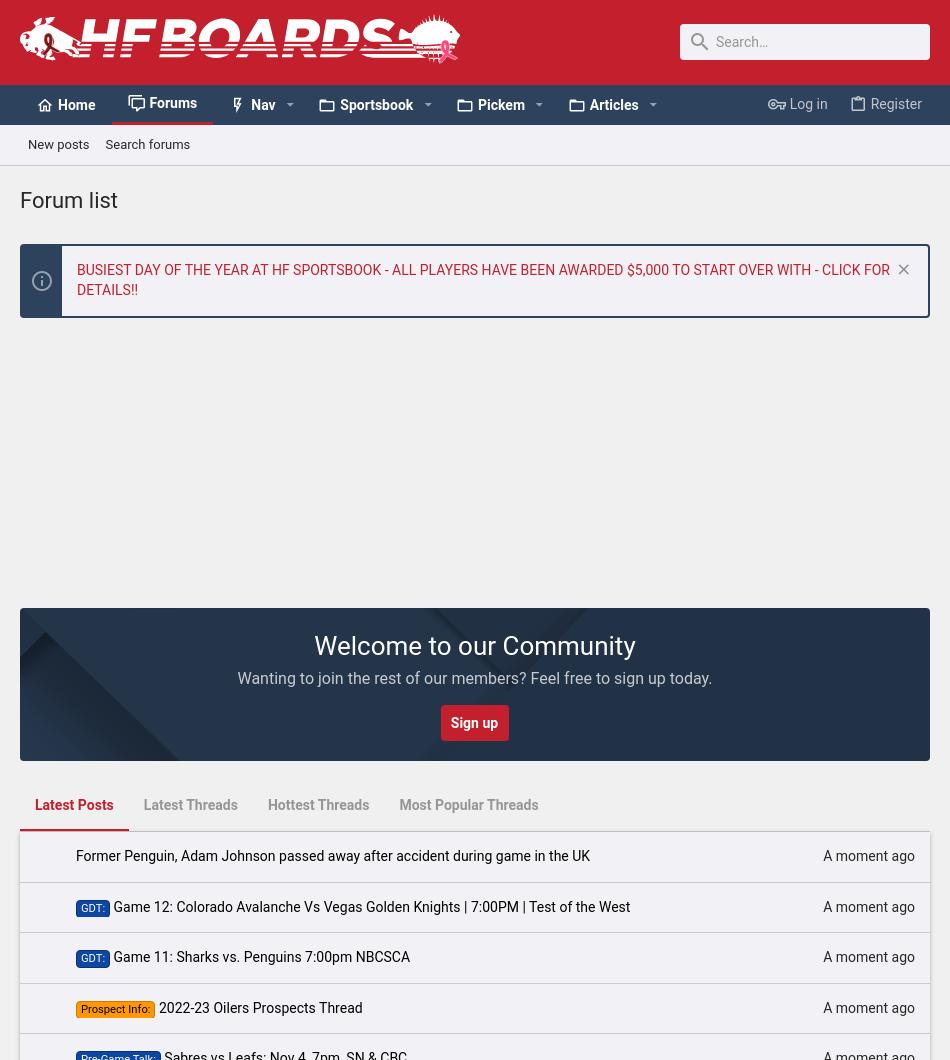 The height and width of the screenshot is (1060, 950). What do you see at coordinates (473, 676) in the screenshot?
I see `'Wanting to join the rest of our members? Feel free to sign up today.'` at bounding box center [473, 676].